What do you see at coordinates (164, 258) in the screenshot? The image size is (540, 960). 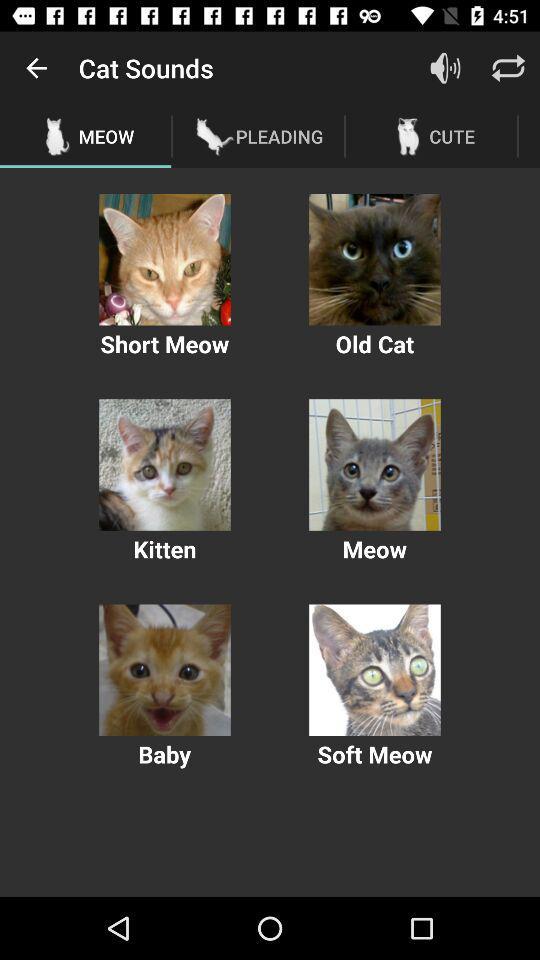 I see `short meow sound` at bounding box center [164, 258].